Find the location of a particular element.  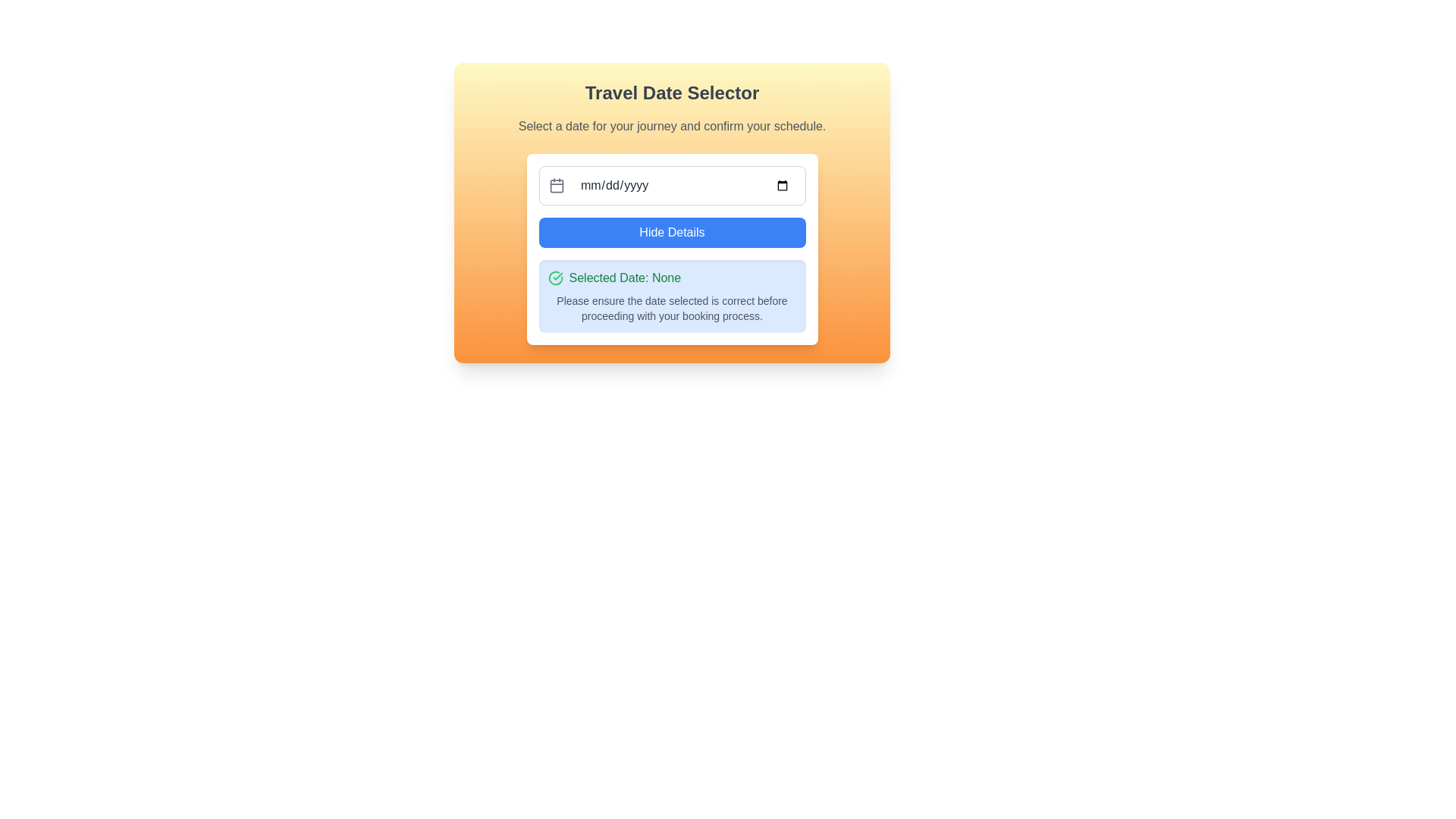

the date selection icon located at the far left of the date input section, which indicates the purpose of the adjacent input field is located at coordinates (556, 185).